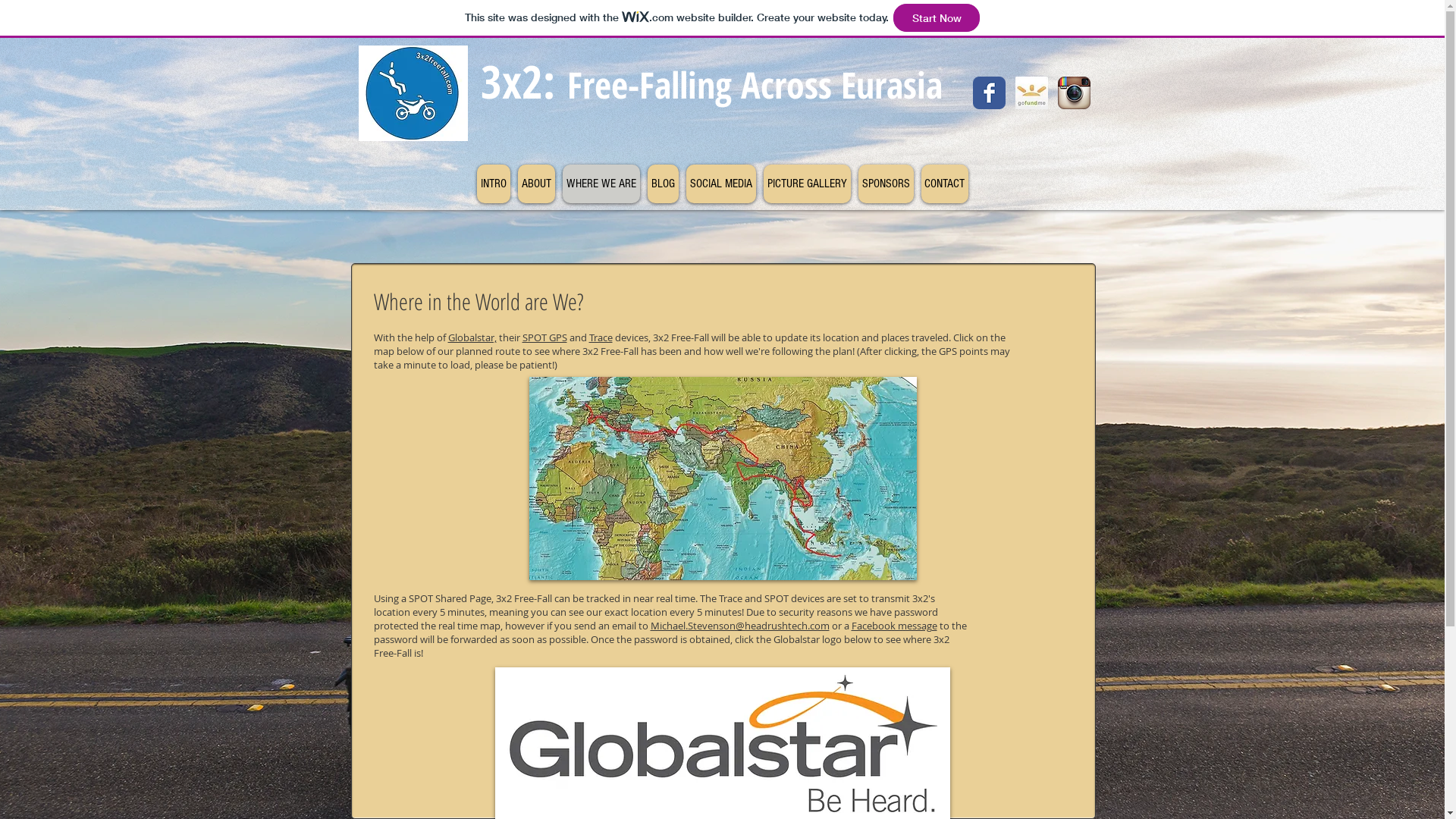 The width and height of the screenshot is (1456, 819). I want to click on 'WHERE WE ARE', so click(562, 183).